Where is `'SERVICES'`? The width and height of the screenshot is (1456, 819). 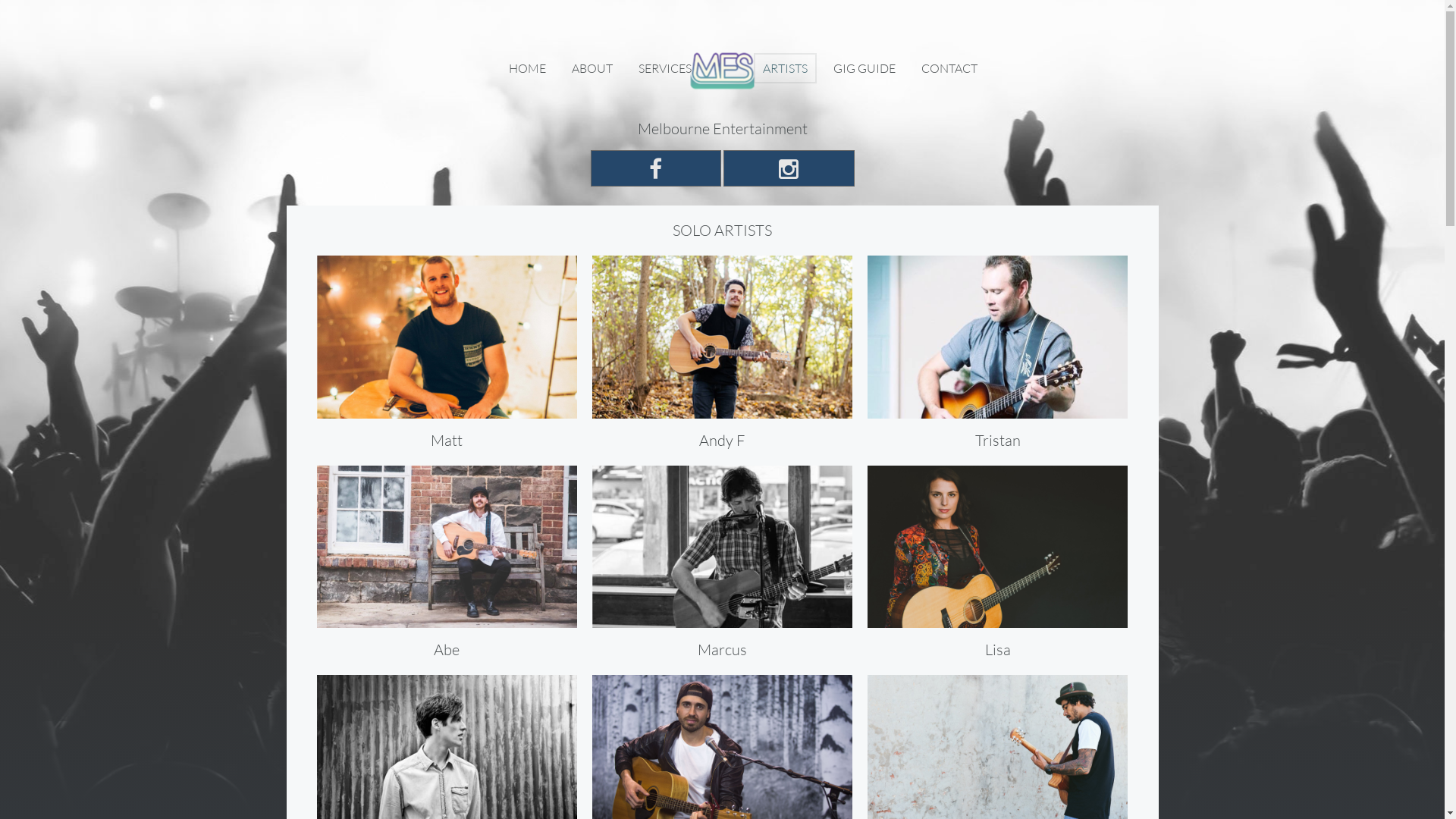
'SERVICES' is located at coordinates (629, 67).